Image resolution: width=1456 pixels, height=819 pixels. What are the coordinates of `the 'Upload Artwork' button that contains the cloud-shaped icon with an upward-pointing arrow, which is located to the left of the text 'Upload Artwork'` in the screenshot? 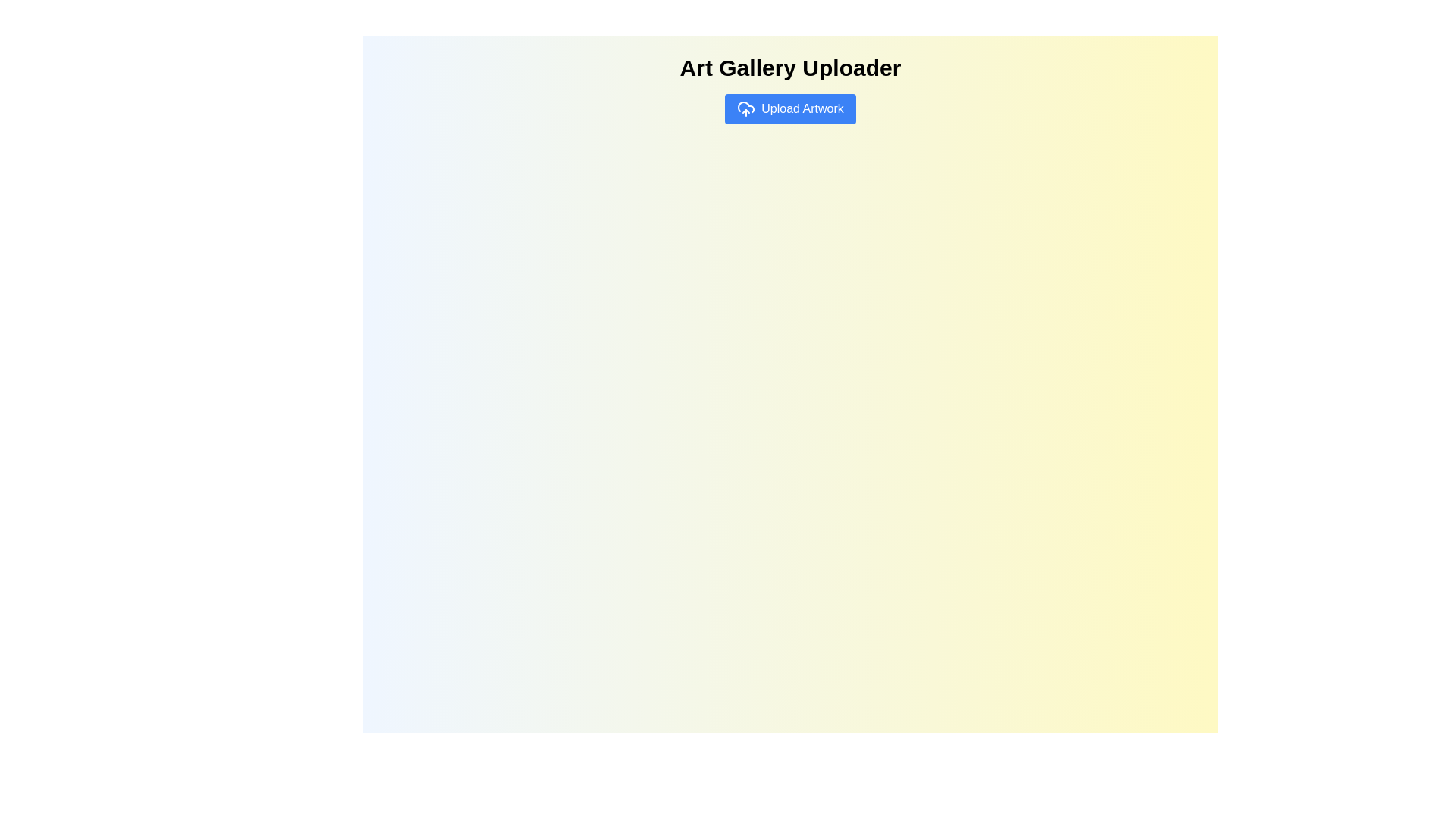 It's located at (746, 108).